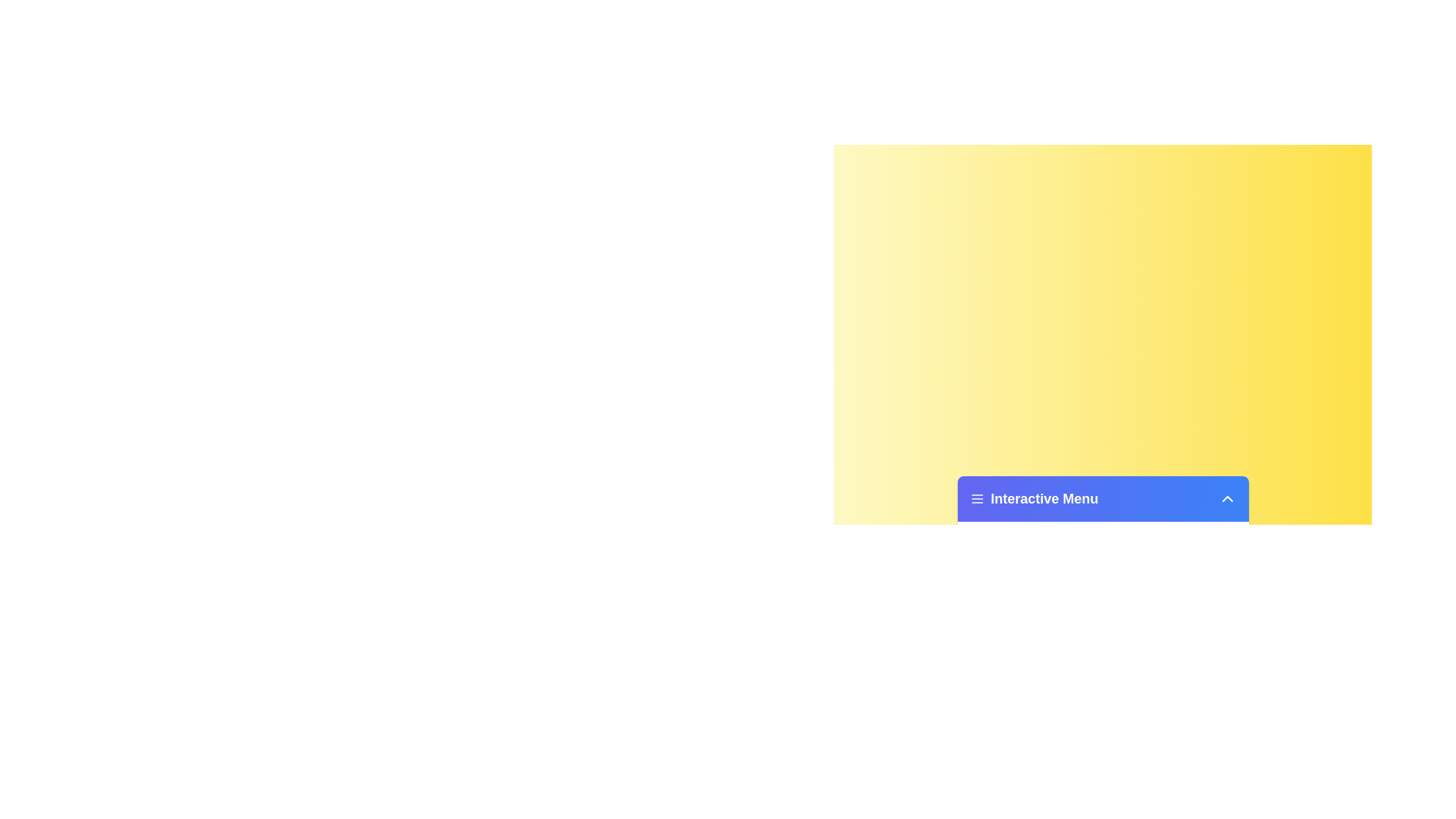 Image resolution: width=1456 pixels, height=819 pixels. Describe the element at coordinates (1227, 499) in the screenshot. I see `the toggle button to toggle the menu visibility` at that location.